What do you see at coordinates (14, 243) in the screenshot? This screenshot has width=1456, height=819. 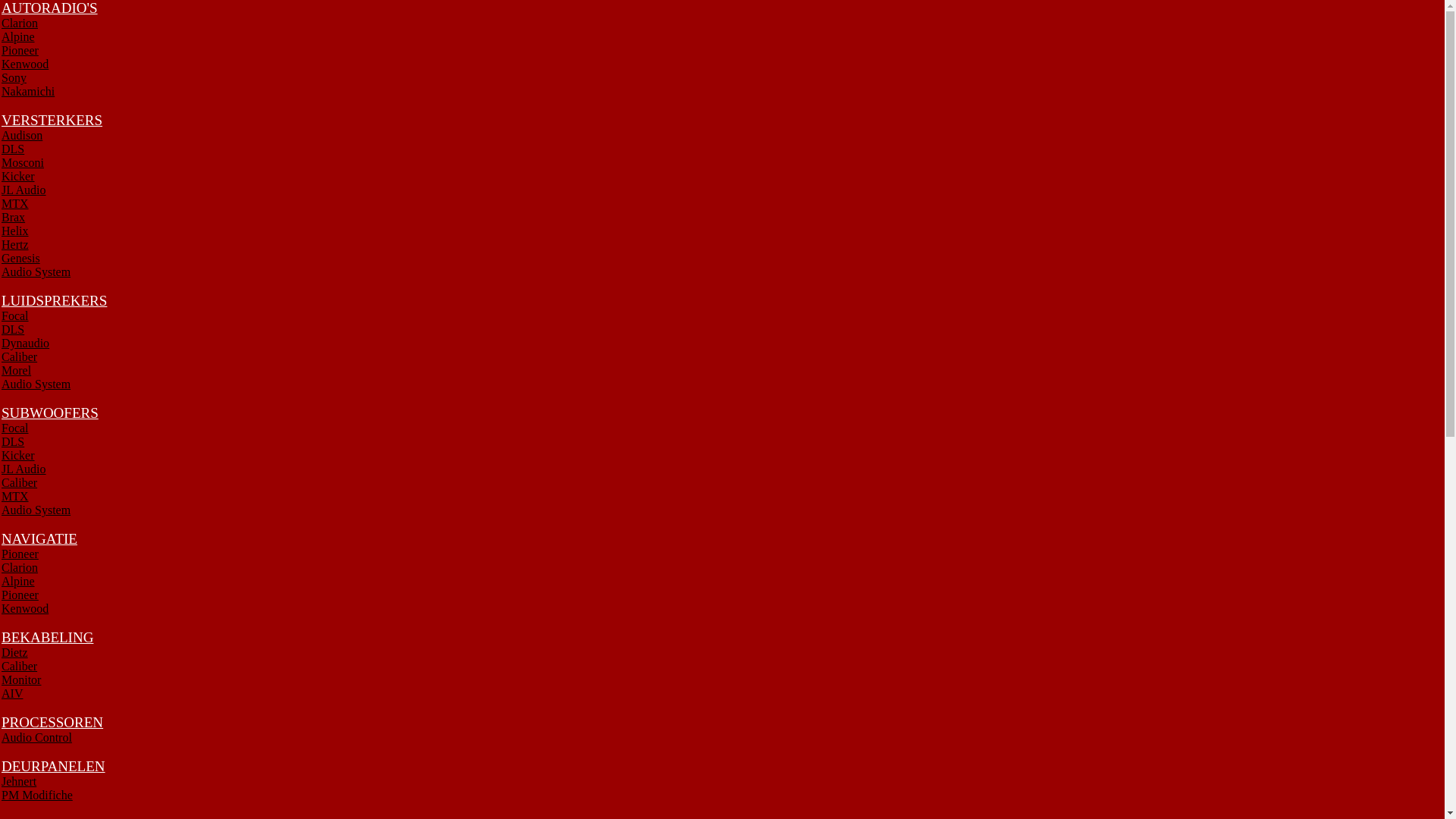 I see `'Hertz'` at bounding box center [14, 243].